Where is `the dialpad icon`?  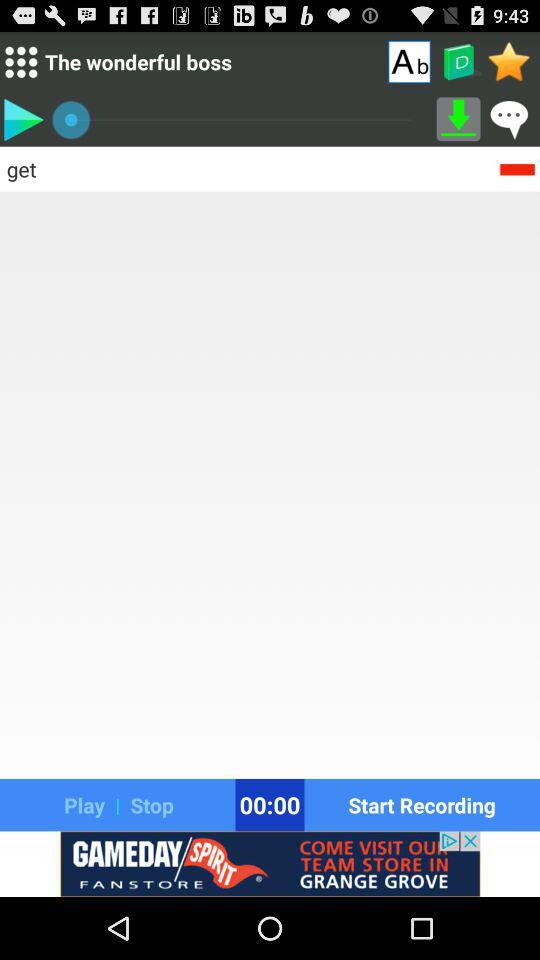 the dialpad icon is located at coordinates (20, 66).